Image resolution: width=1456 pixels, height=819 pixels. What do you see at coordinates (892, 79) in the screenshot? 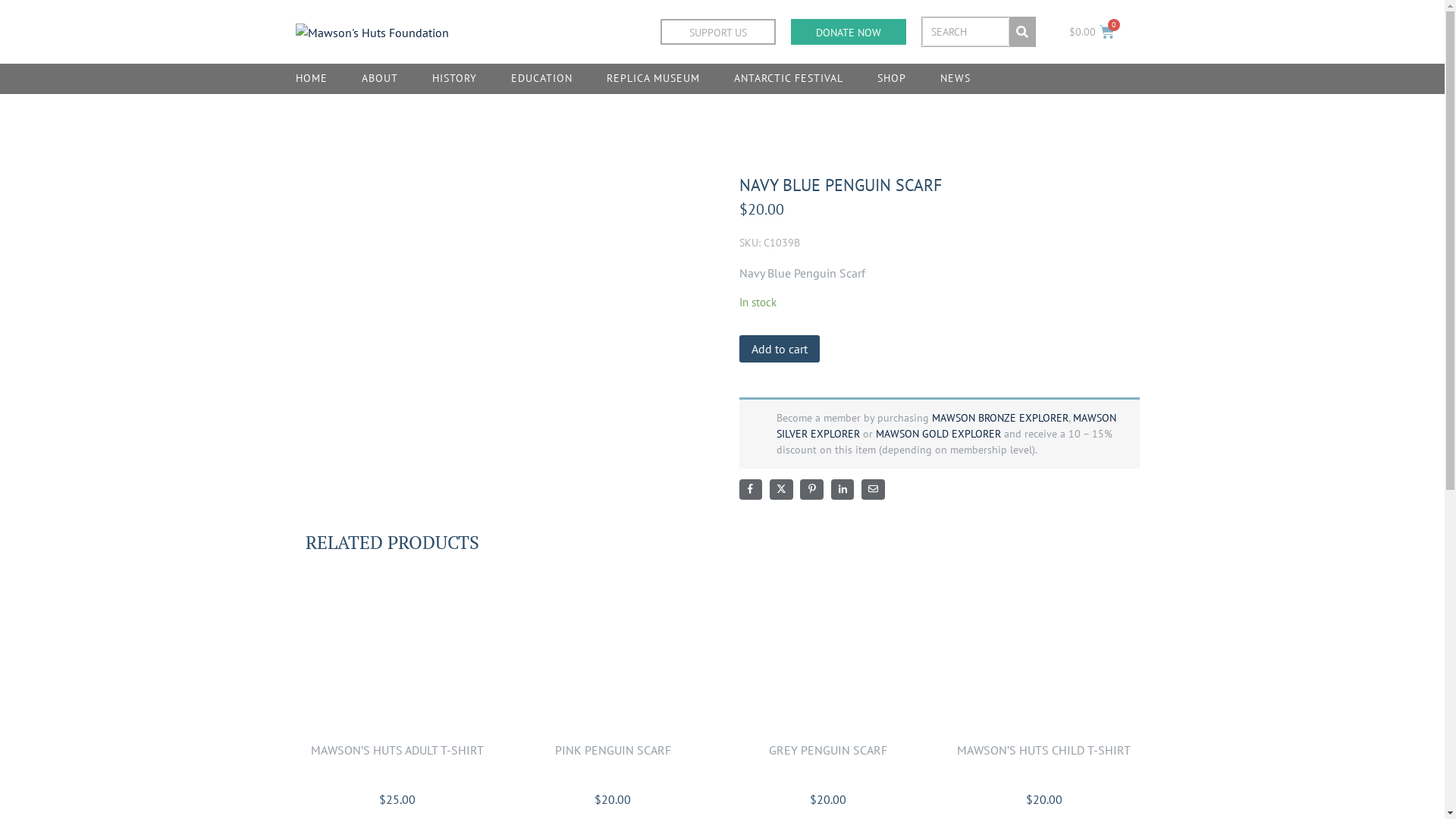
I see `'SHOP'` at bounding box center [892, 79].